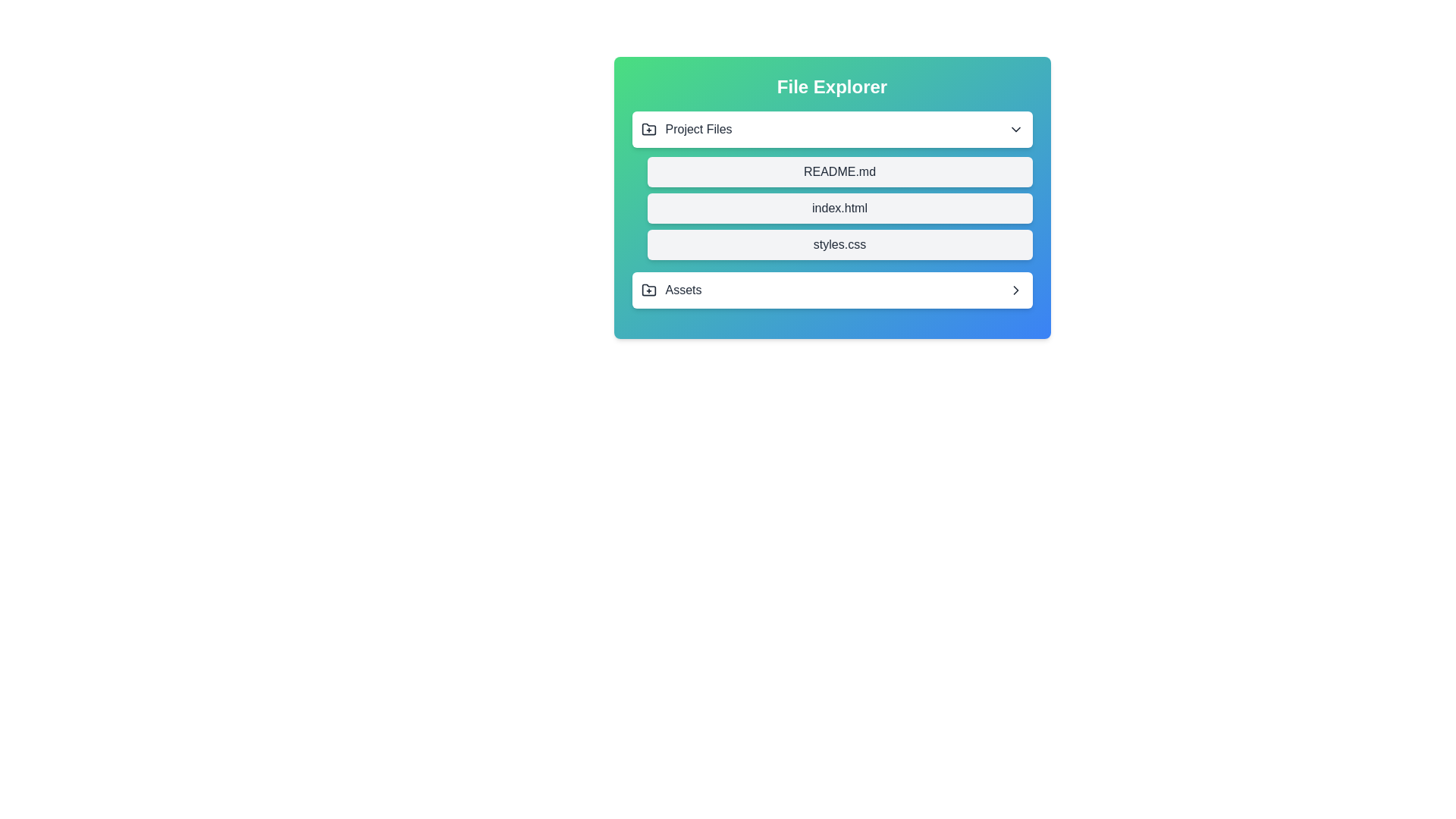 The height and width of the screenshot is (819, 1456). Describe the element at coordinates (831, 128) in the screenshot. I see `the 'Project Files' folder item, which has a light background, a bold label, a folder icon on the left, and a downward arrow on the right` at that location.